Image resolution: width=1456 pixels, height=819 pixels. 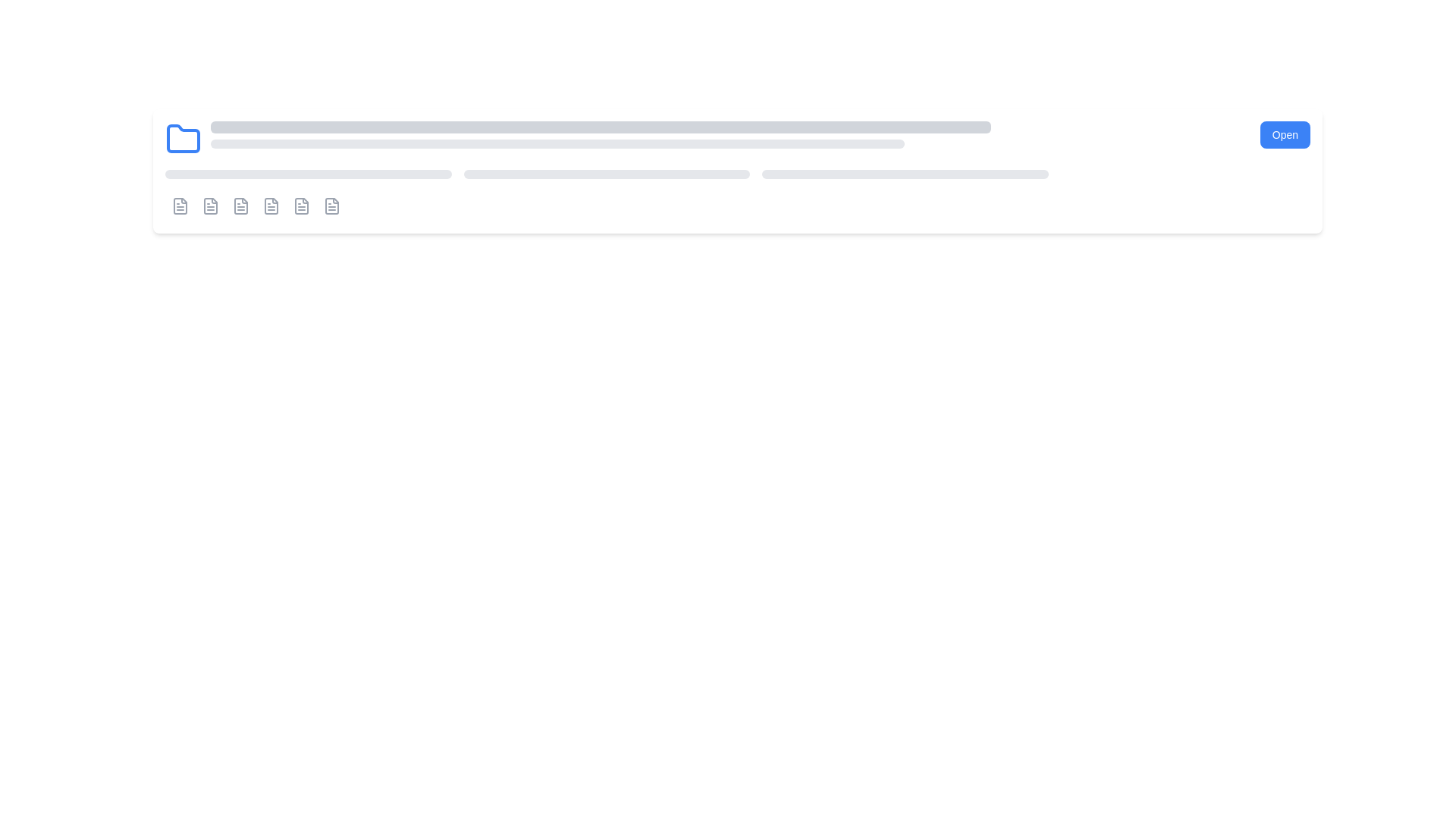 What do you see at coordinates (180, 206) in the screenshot?
I see `the first icon element in the row, which serves as a visual cue for a specific document or file` at bounding box center [180, 206].